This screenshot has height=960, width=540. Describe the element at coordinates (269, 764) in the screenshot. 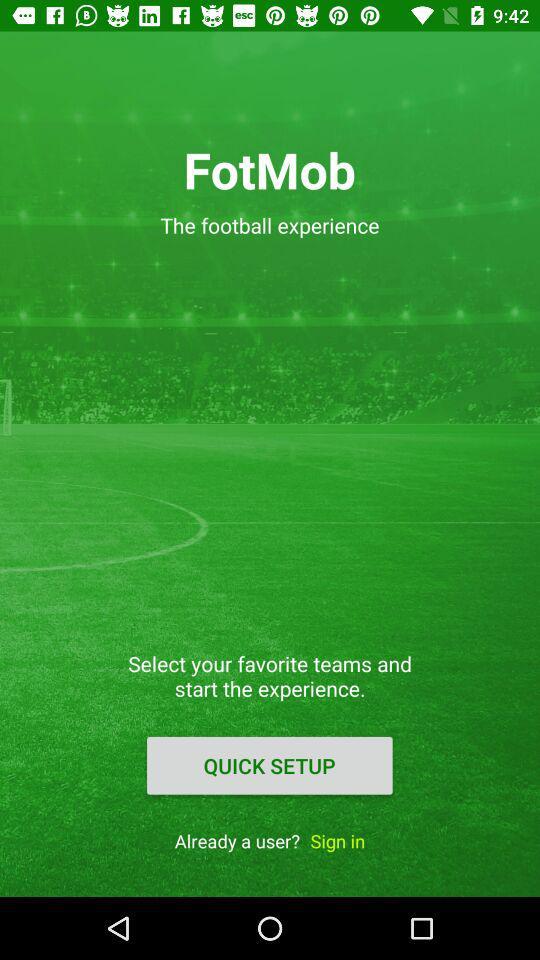

I see `item above already a user? icon` at that location.